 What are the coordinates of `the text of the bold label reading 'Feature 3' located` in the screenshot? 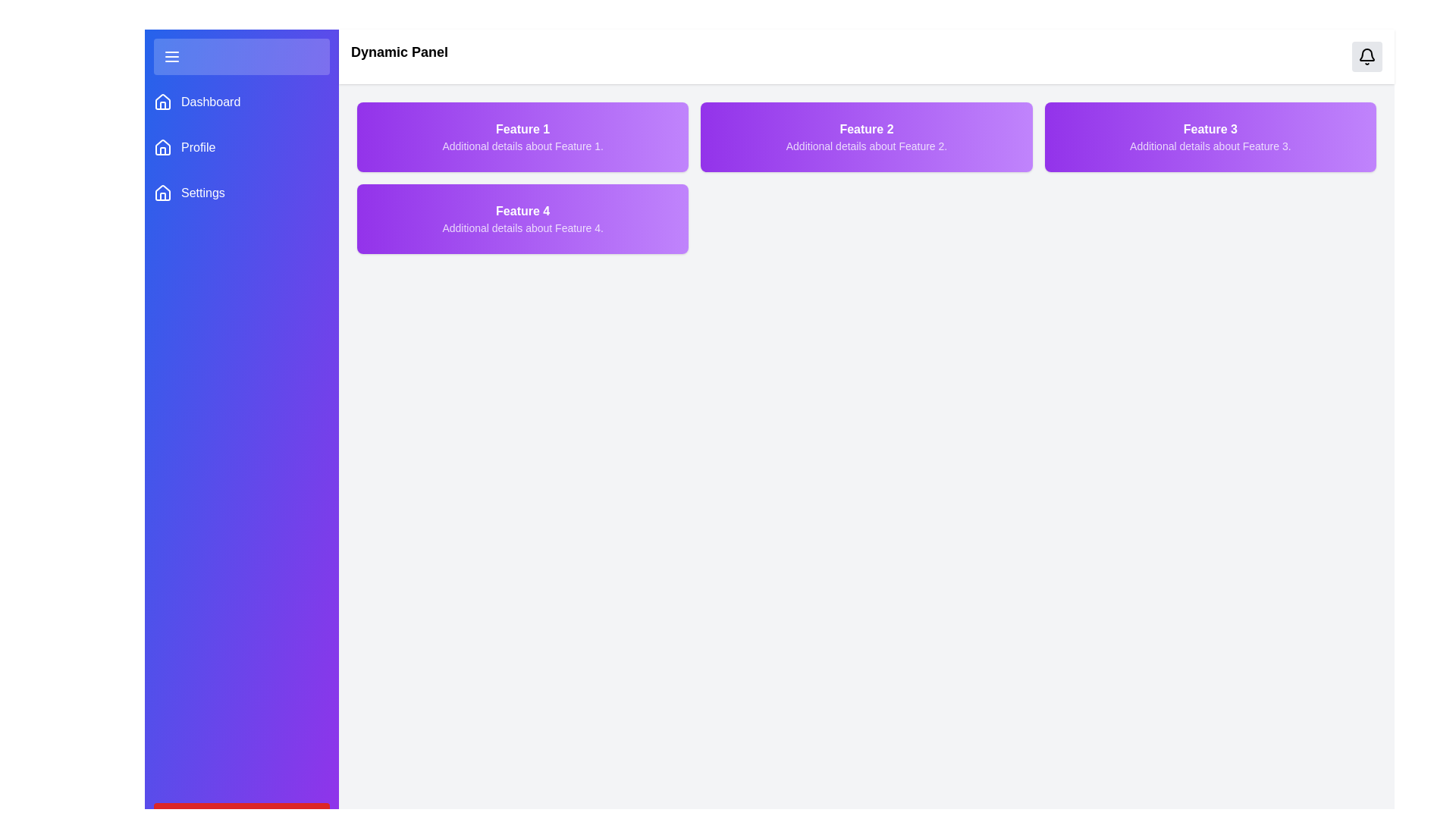 It's located at (1210, 128).